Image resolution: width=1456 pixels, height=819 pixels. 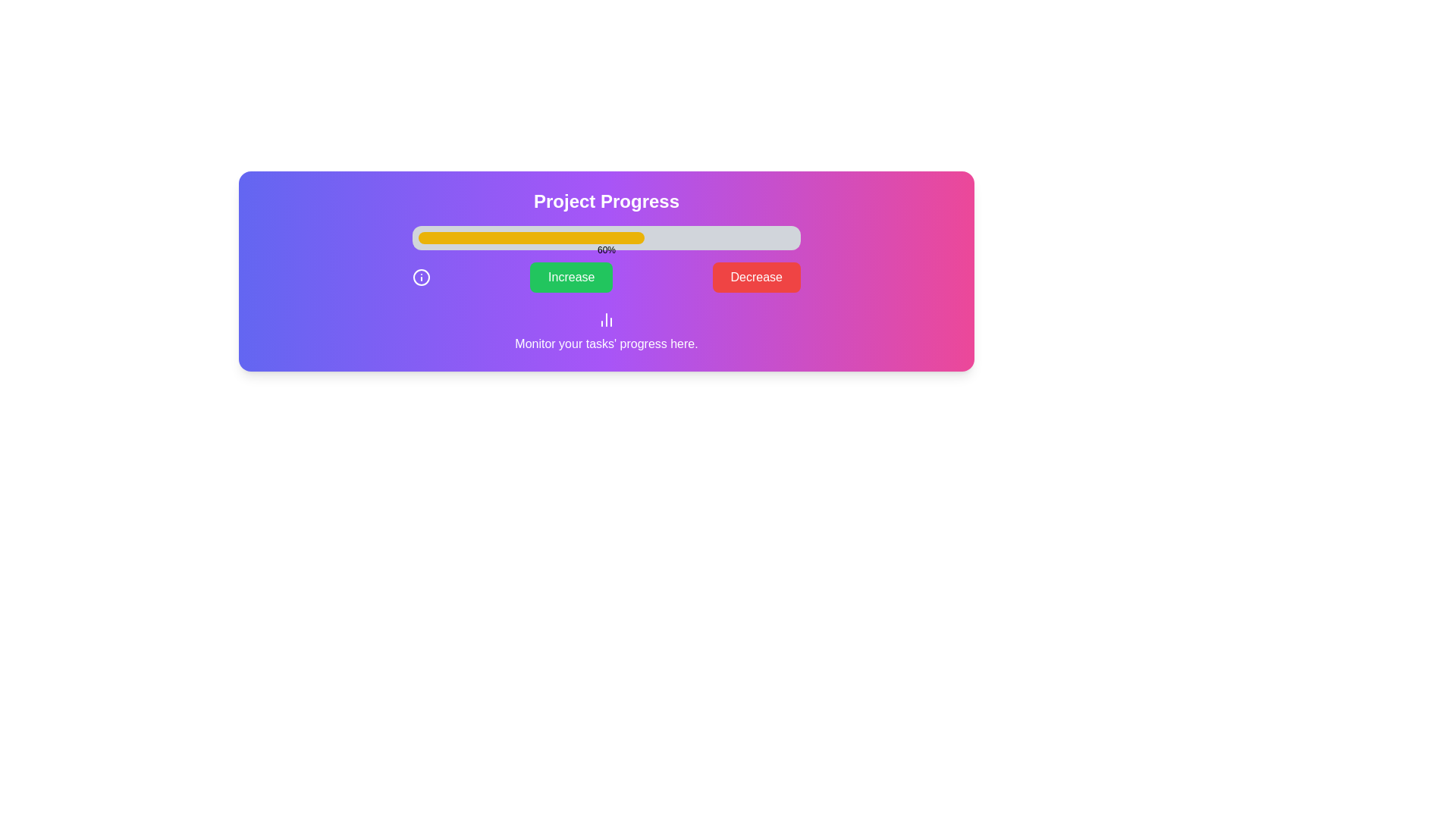 I want to click on the Interactive button group containing 'Increase' and 'Decrease' buttons, so click(x=607, y=278).